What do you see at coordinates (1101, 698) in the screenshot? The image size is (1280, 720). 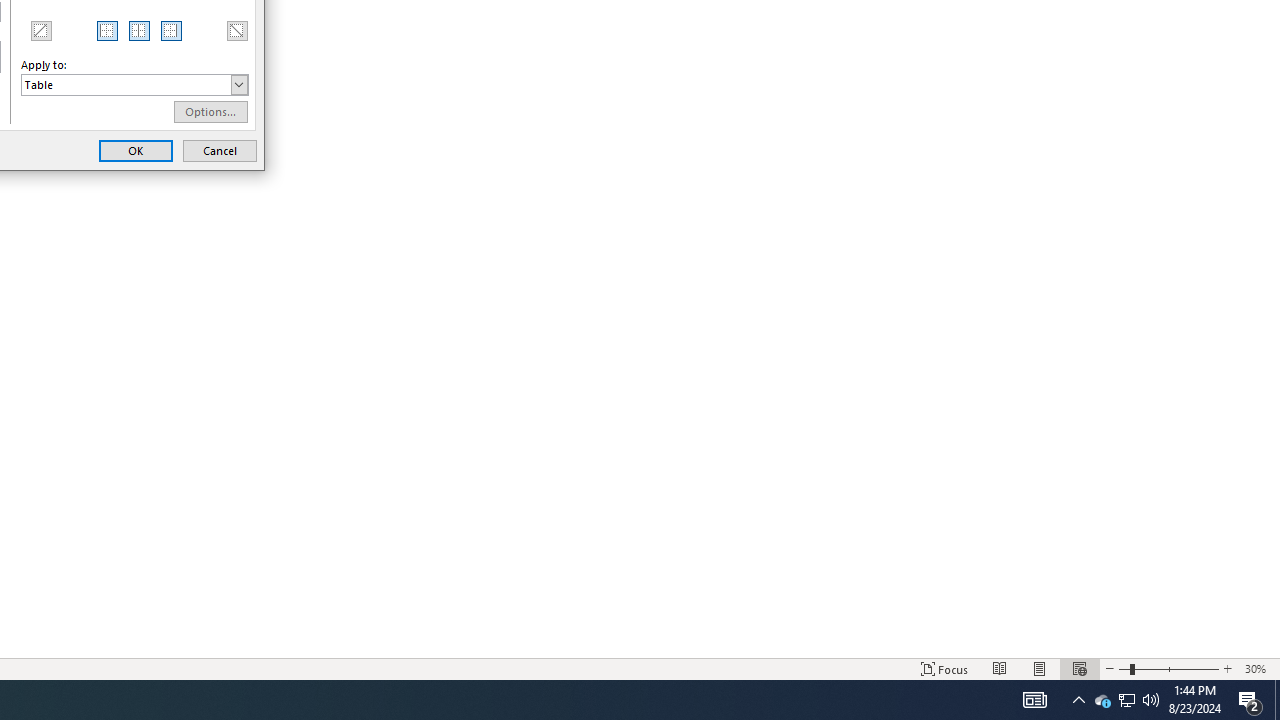 I see `'Zoom Out'` at bounding box center [1101, 698].